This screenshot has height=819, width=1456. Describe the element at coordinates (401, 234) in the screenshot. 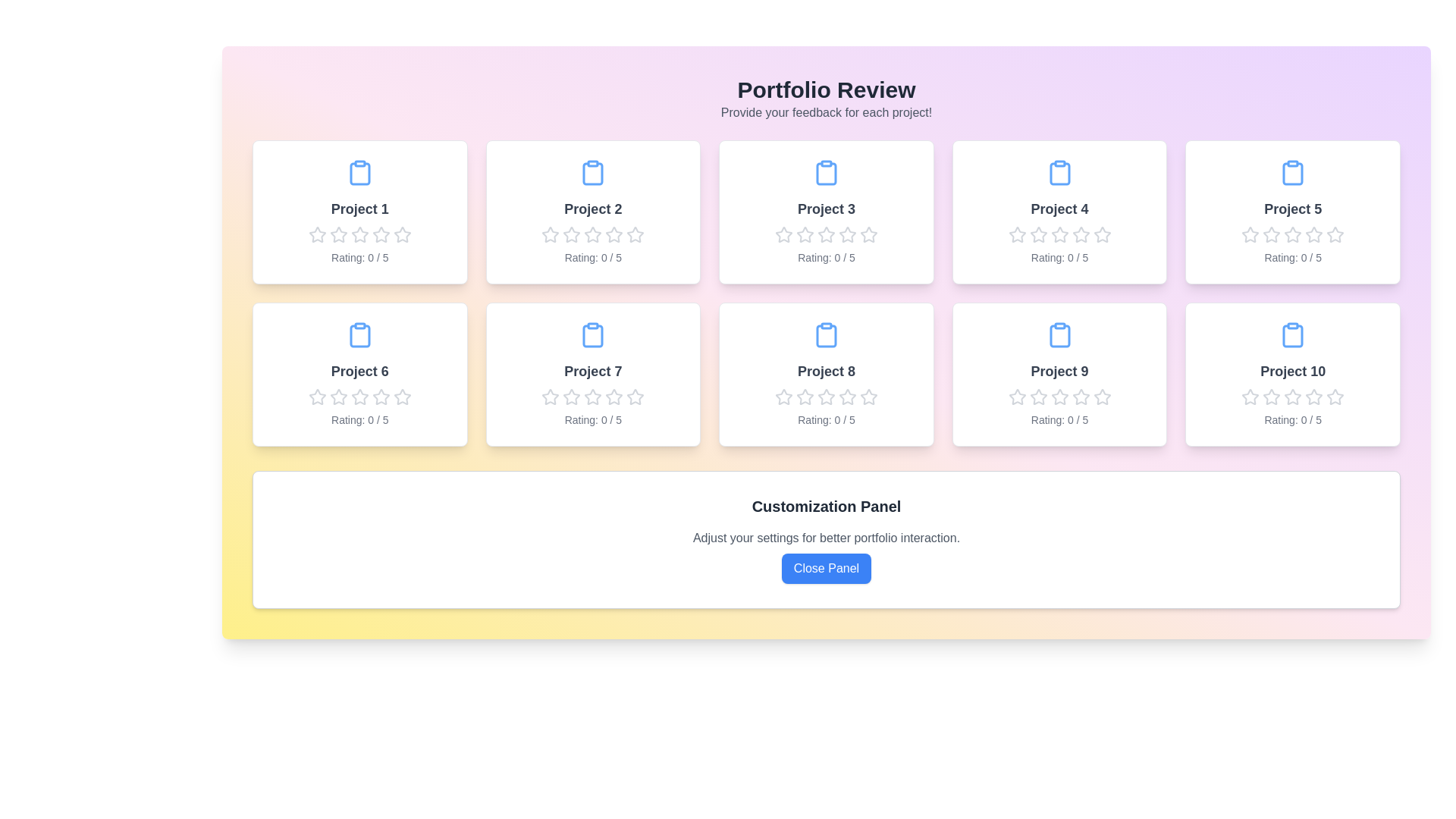

I see `the rating of a project to 5 stars by clicking on the corresponding star` at that location.